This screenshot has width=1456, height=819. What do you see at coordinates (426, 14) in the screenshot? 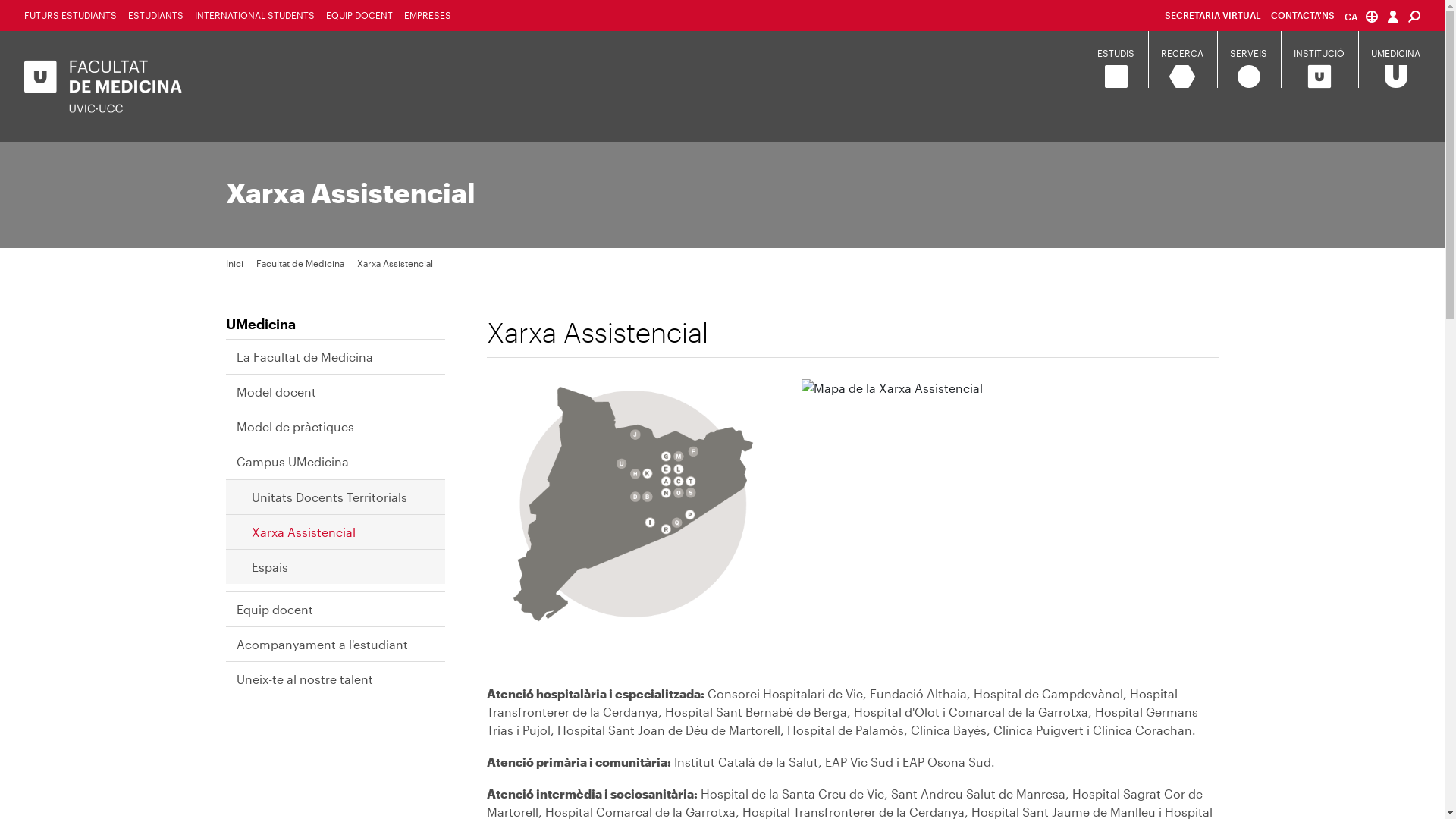
I see `'EMPRESES'` at bounding box center [426, 14].